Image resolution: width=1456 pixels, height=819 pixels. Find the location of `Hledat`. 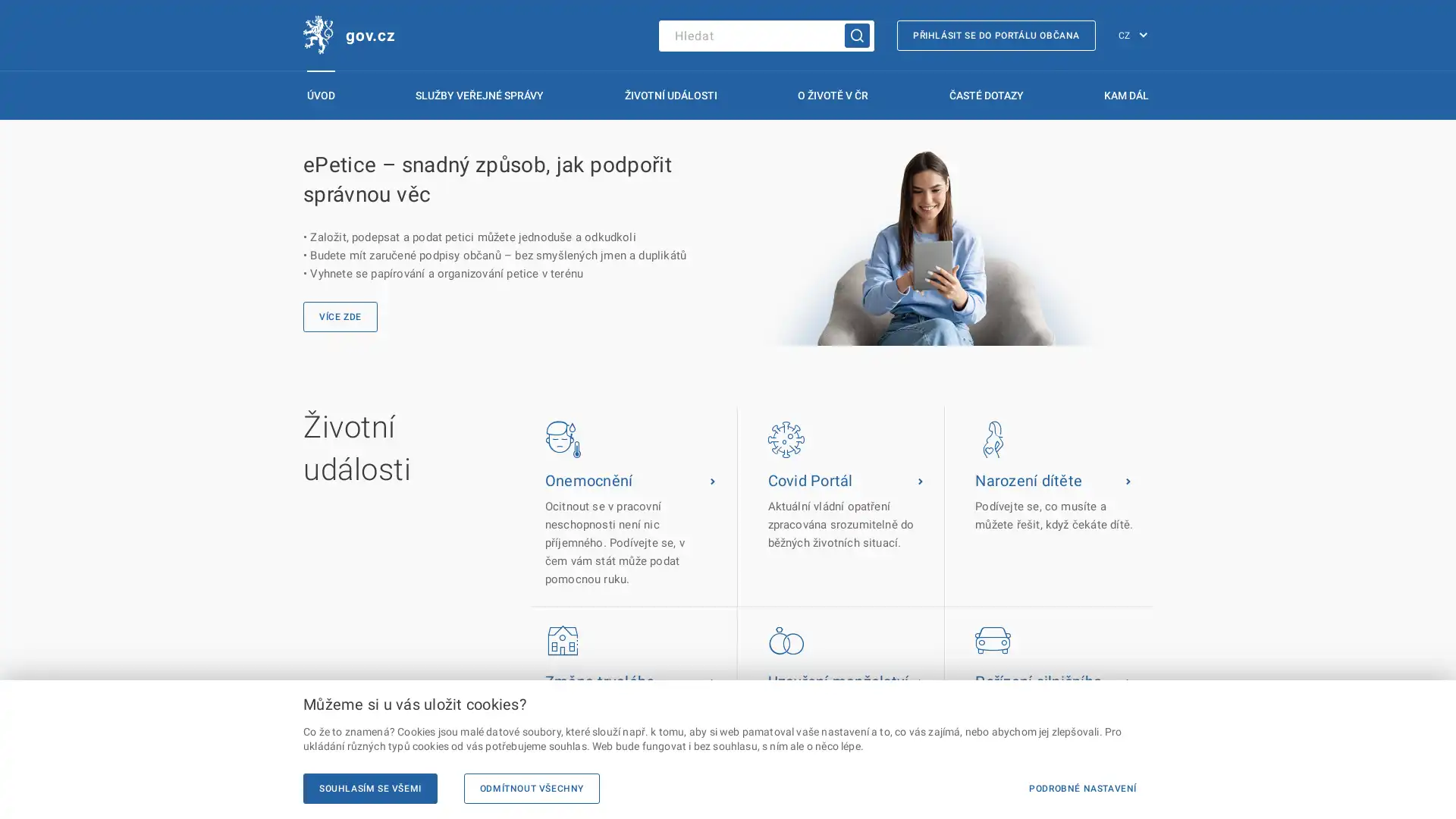

Hledat is located at coordinates (857, 34).